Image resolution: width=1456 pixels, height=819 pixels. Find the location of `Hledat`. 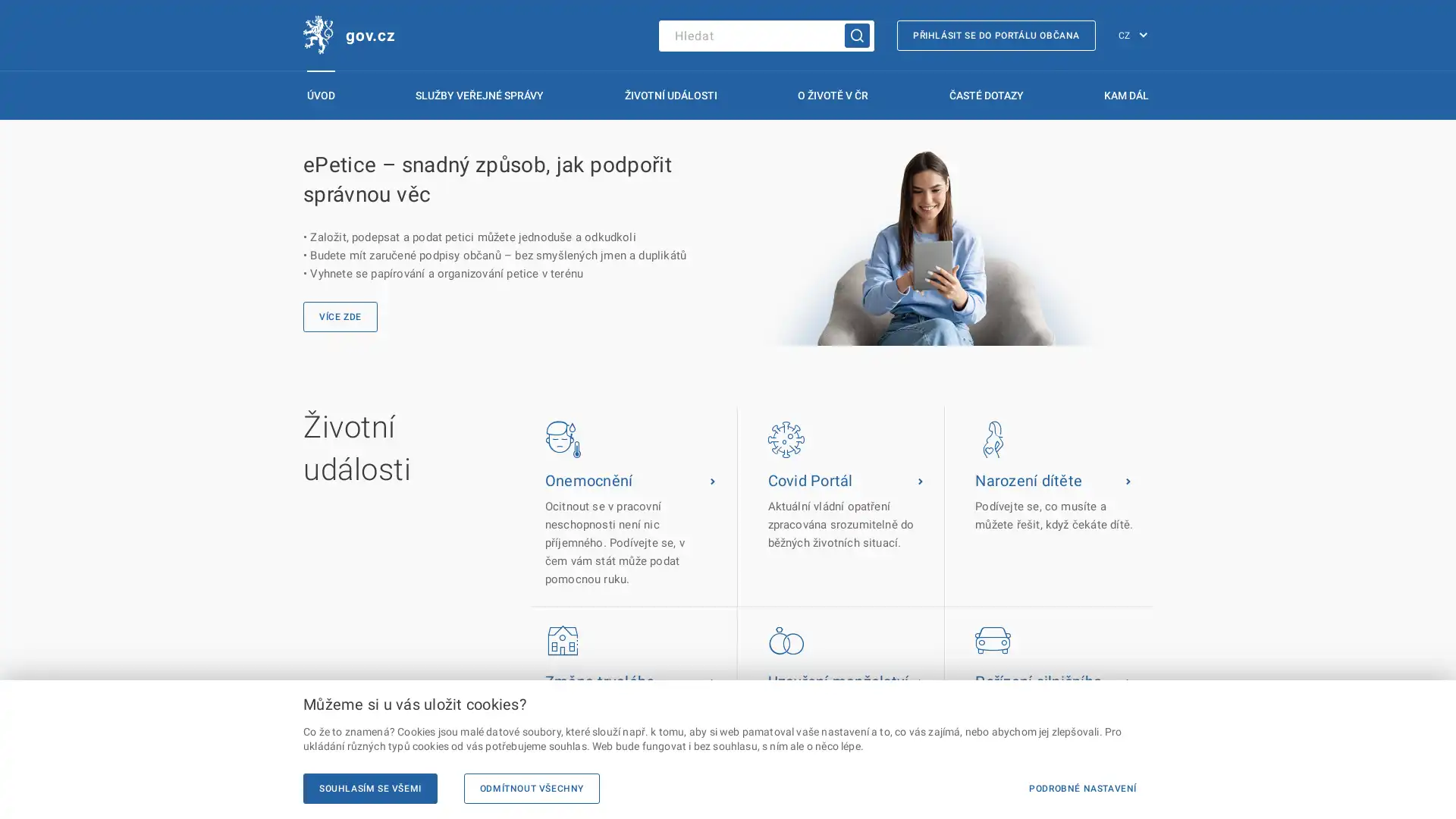

Hledat is located at coordinates (857, 34).